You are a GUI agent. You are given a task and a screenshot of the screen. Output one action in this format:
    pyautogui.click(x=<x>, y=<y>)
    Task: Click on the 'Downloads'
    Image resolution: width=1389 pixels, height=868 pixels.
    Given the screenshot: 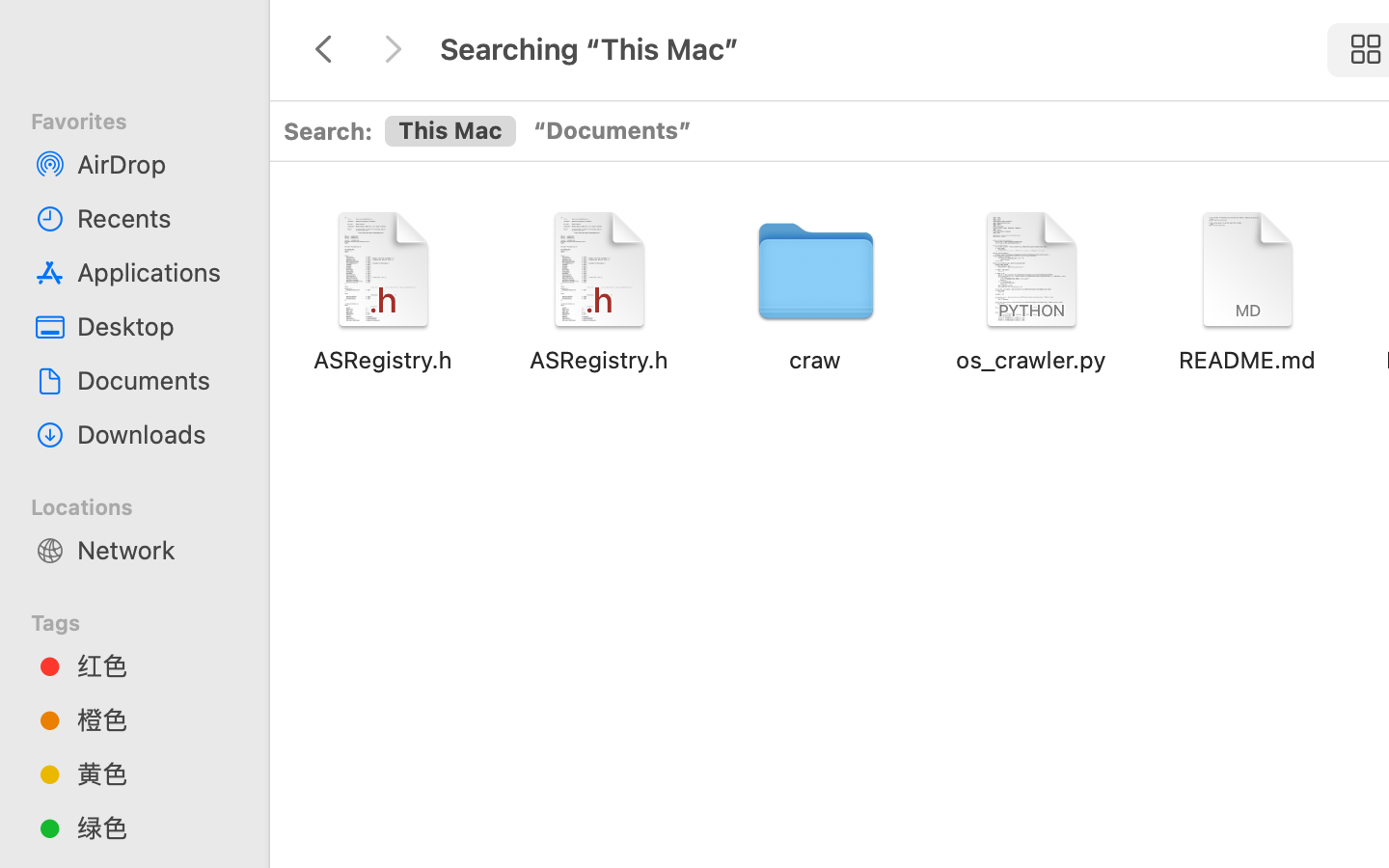 What is the action you would take?
    pyautogui.click(x=153, y=434)
    